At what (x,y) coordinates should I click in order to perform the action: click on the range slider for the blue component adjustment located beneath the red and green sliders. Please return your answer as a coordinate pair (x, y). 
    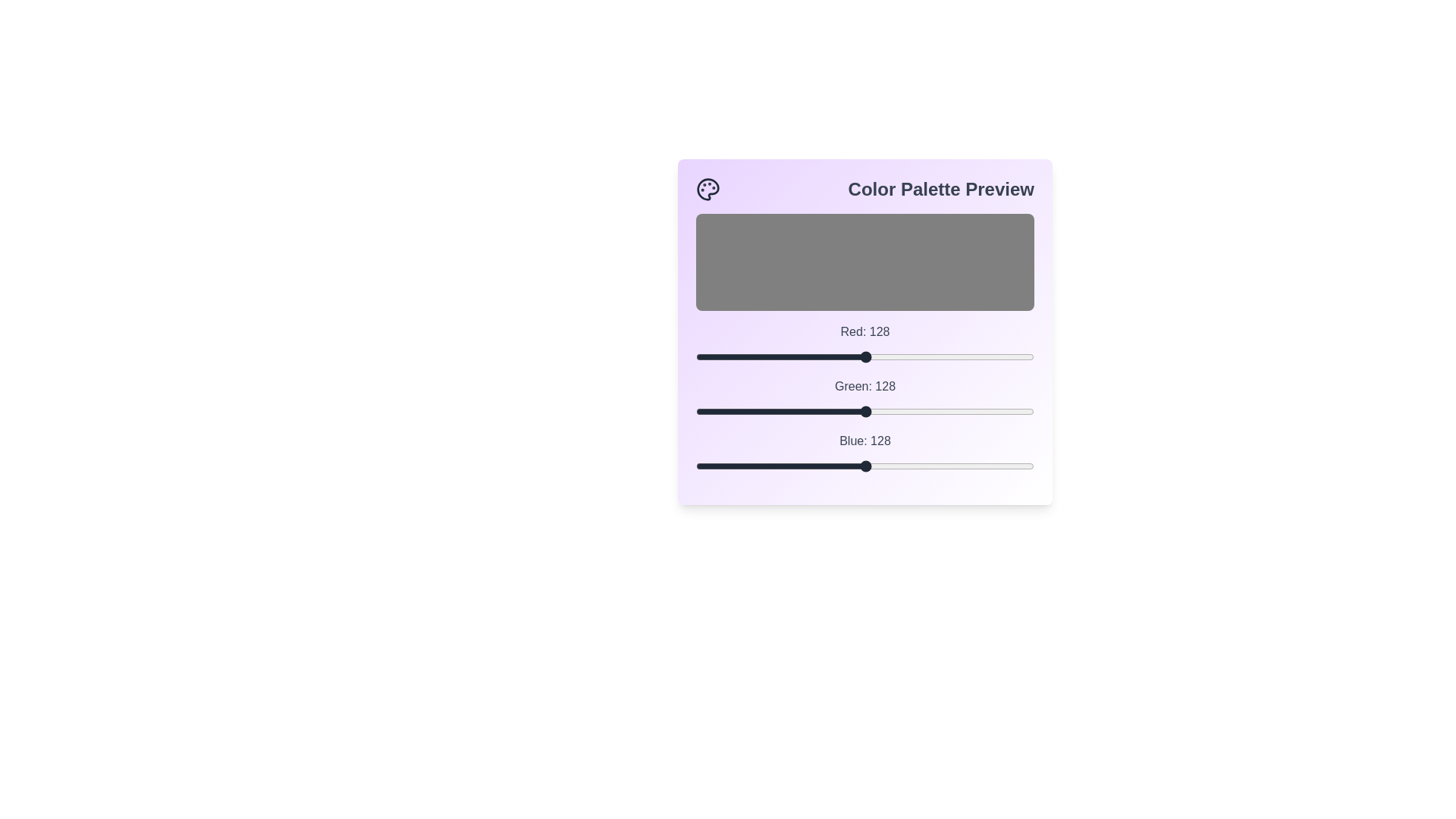
    Looking at the image, I should click on (865, 452).